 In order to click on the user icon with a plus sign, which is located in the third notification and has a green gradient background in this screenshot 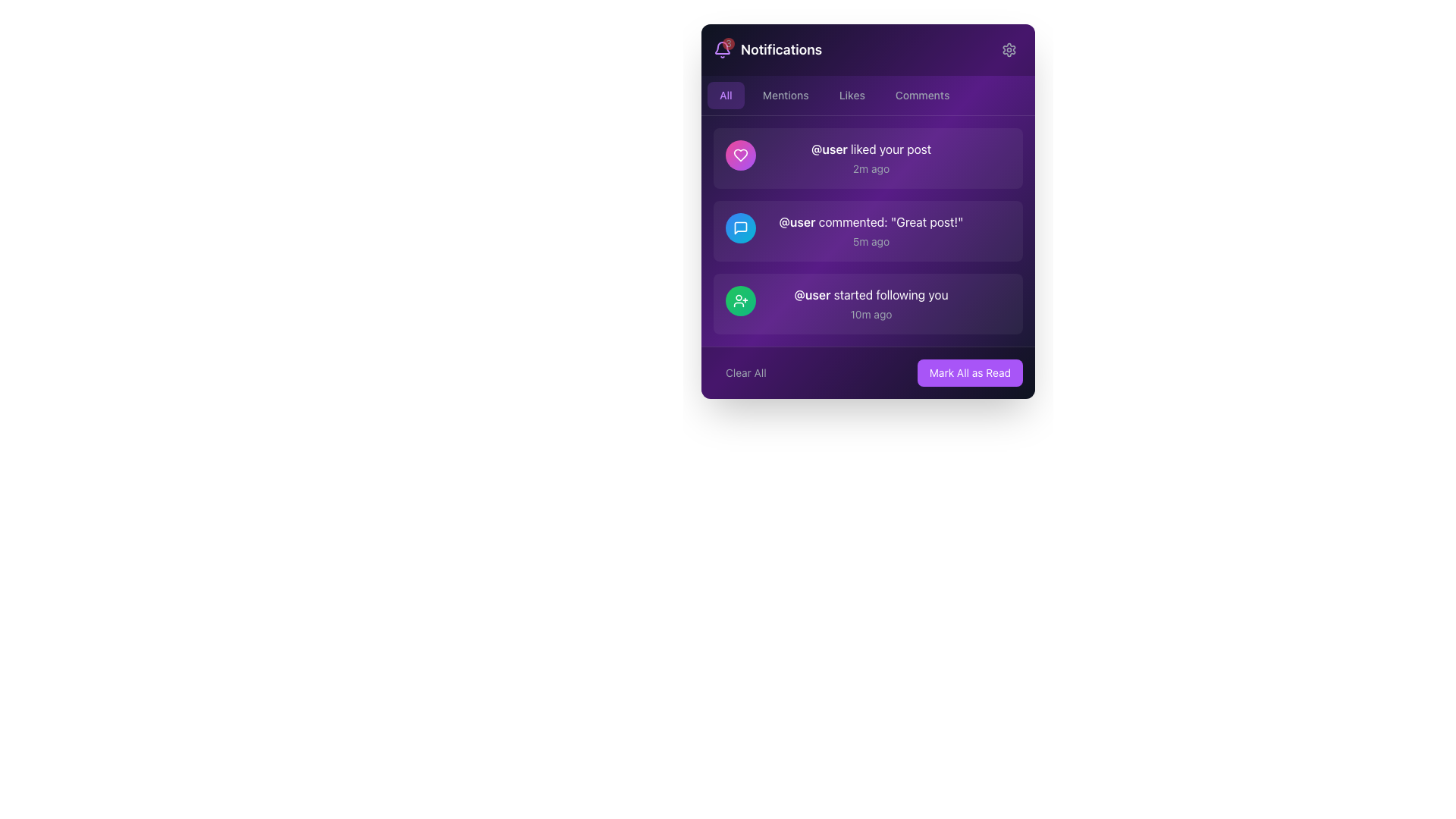, I will do `click(741, 301)`.